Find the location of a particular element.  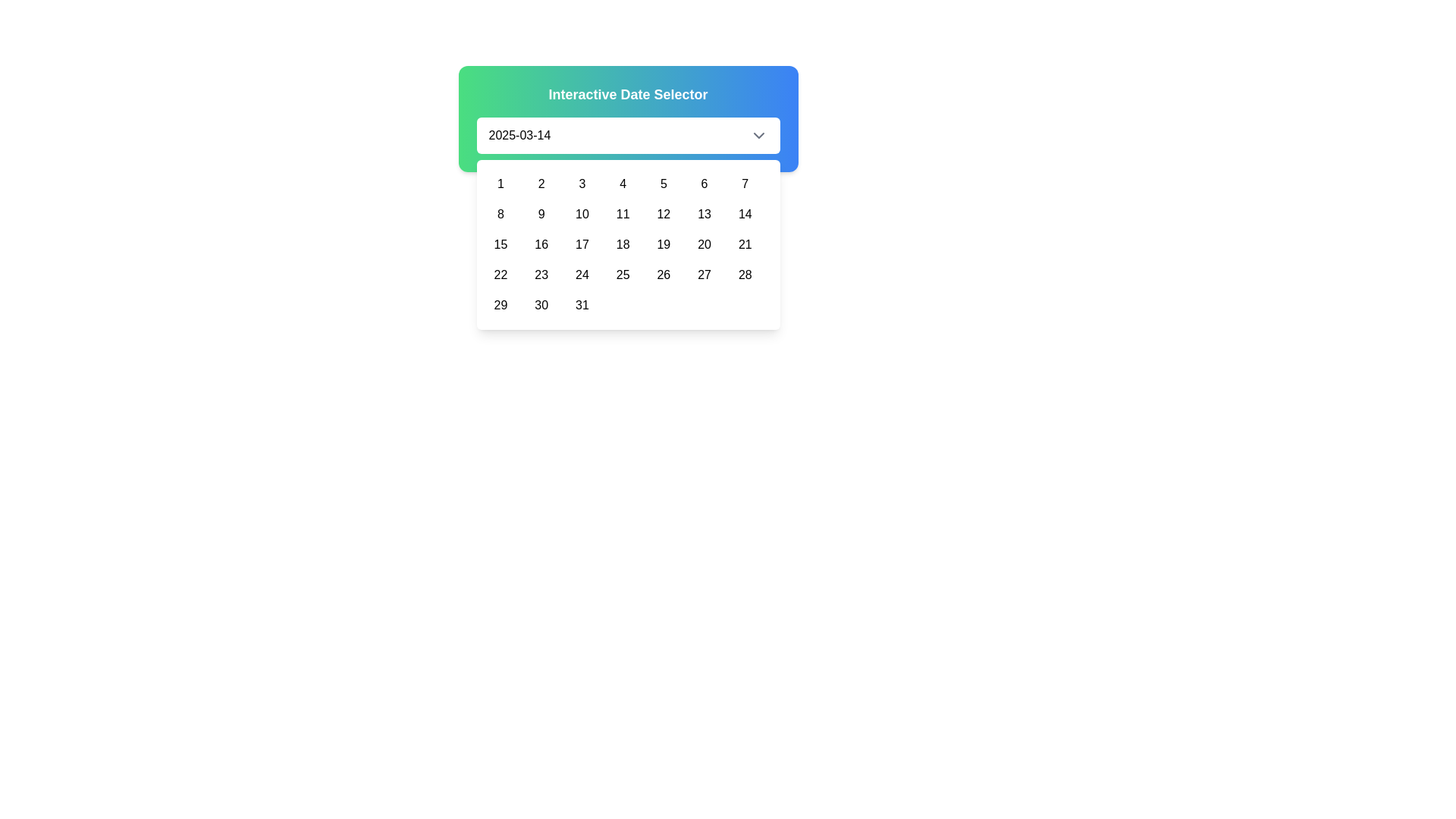

the small, square button containing the number '18' in black, which is part of a calendar grid is located at coordinates (623, 244).